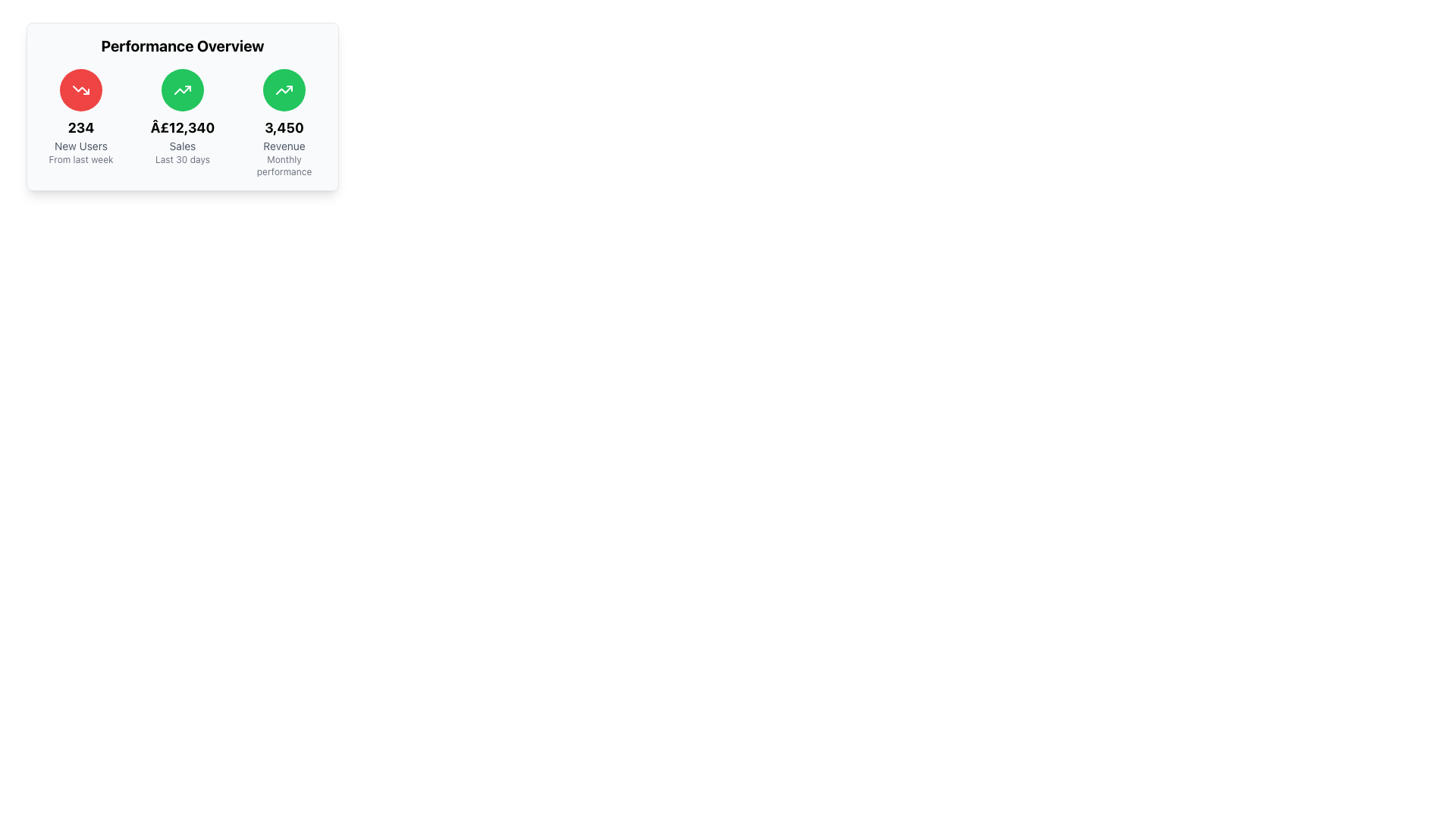 The image size is (1456, 819). I want to click on the circular red icon with a white downward trending arrow graphic located above the text labeled '234' and 'New Users', so click(80, 90).